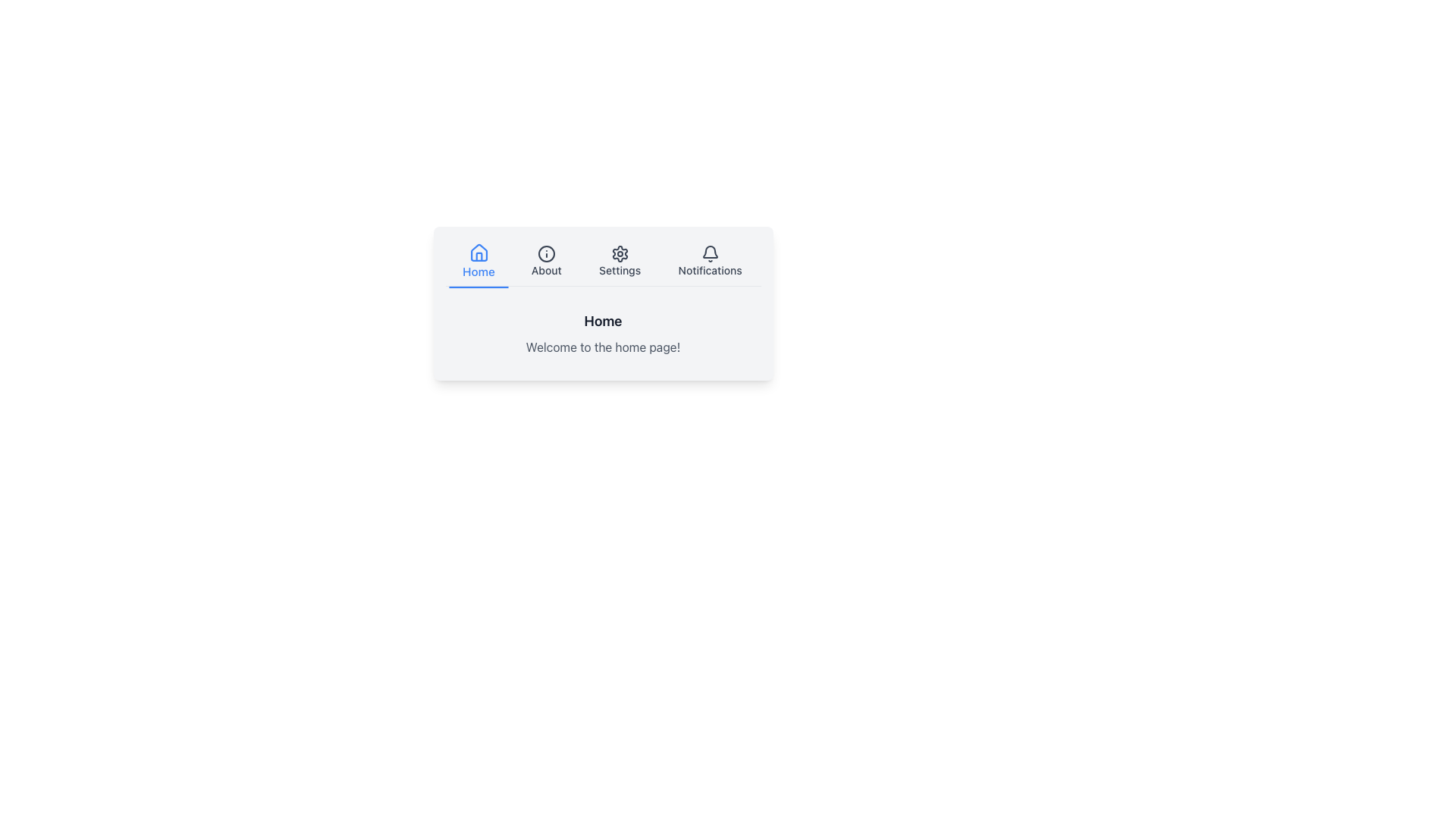 The image size is (1456, 819). Describe the element at coordinates (546, 262) in the screenshot. I see `the 'About' button, which features an 'i' icon above the text, located centrally in the navigation bar` at that location.